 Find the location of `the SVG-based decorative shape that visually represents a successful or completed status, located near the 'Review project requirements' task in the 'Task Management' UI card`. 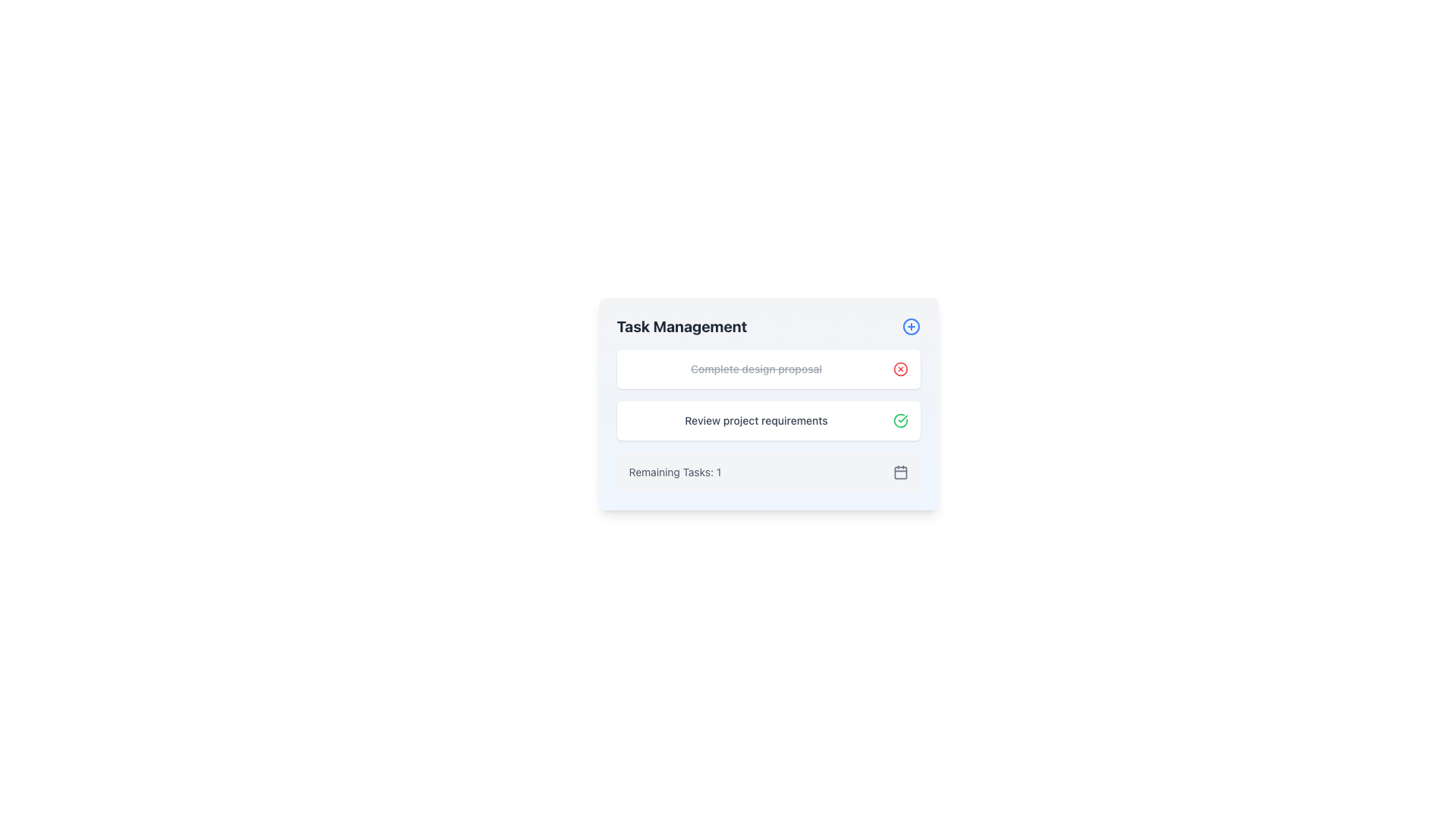

the SVG-based decorative shape that visually represents a successful or completed status, located near the 'Review project requirements' task in the 'Task Management' UI card is located at coordinates (900, 421).